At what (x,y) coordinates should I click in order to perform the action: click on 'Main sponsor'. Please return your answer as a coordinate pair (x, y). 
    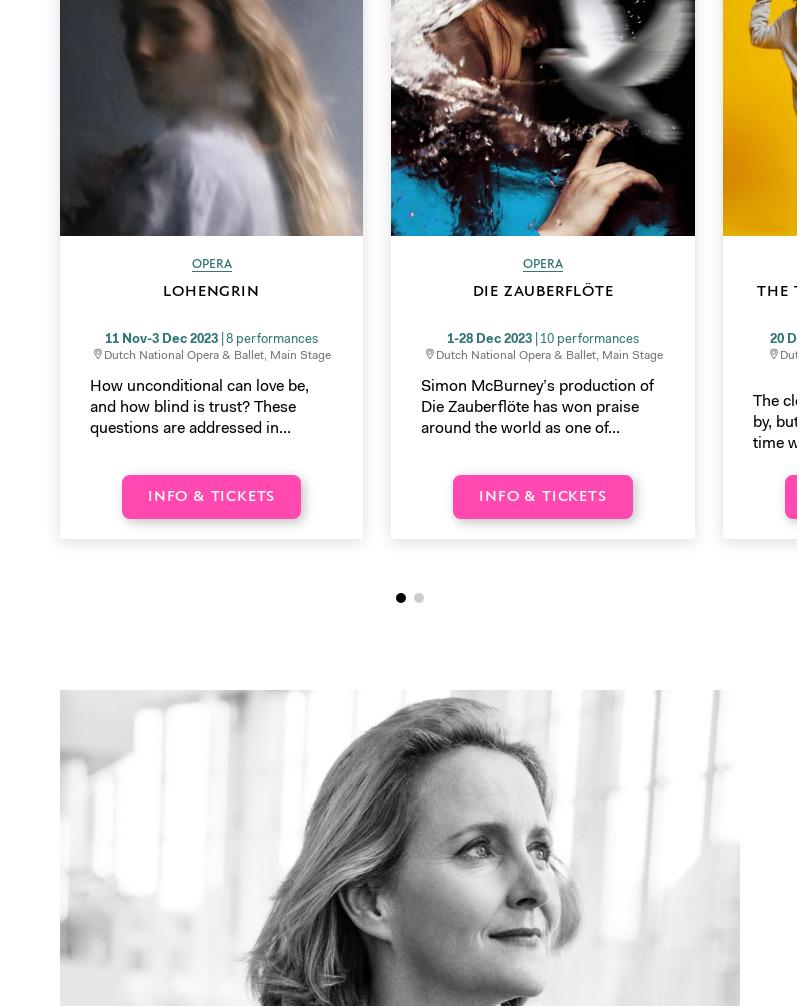
    Looking at the image, I should click on (537, 956).